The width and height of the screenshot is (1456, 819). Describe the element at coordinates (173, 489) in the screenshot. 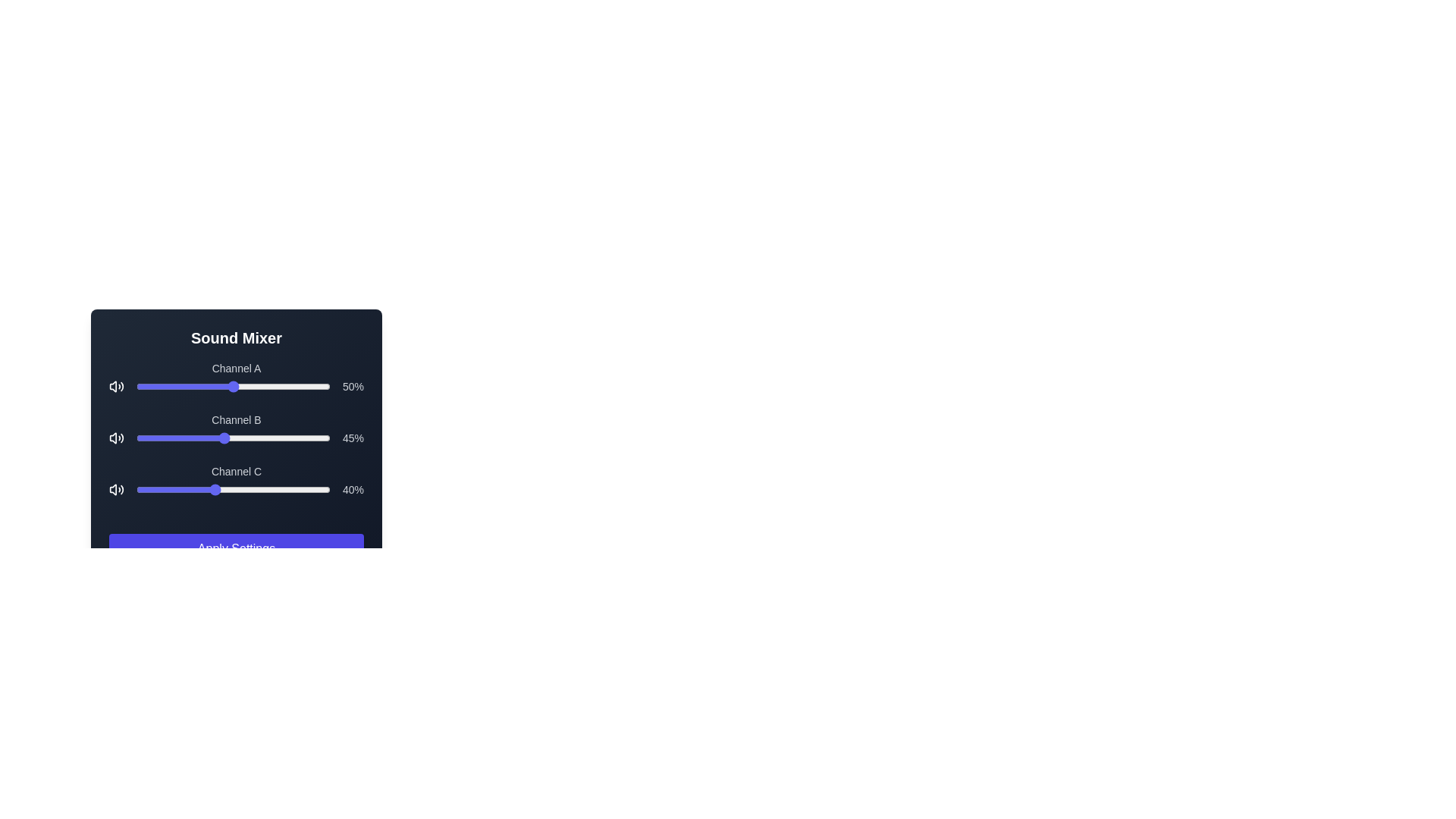

I see `Channel C volume` at that location.